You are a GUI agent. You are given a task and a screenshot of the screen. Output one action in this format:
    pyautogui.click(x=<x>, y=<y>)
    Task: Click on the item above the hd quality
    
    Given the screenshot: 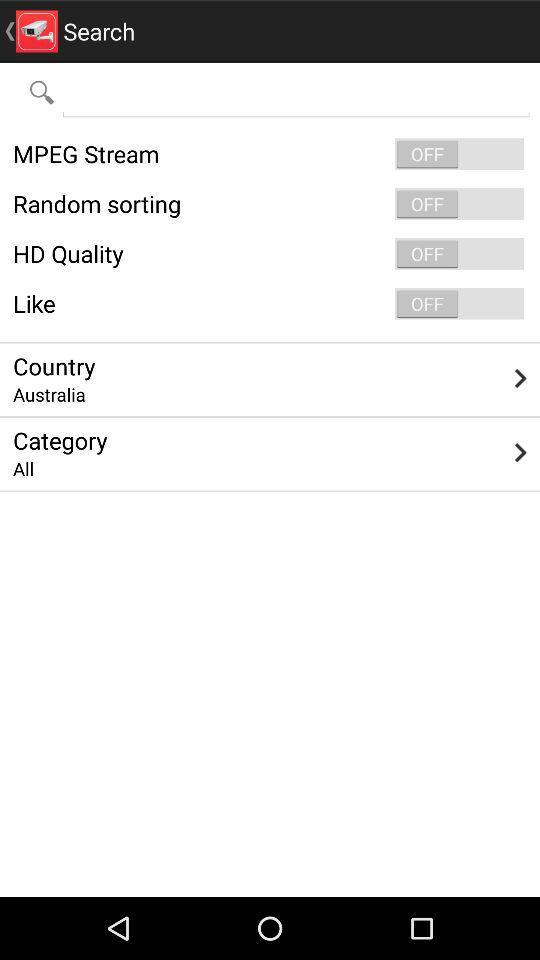 What is the action you would take?
    pyautogui.click(x=270, y=204)
    